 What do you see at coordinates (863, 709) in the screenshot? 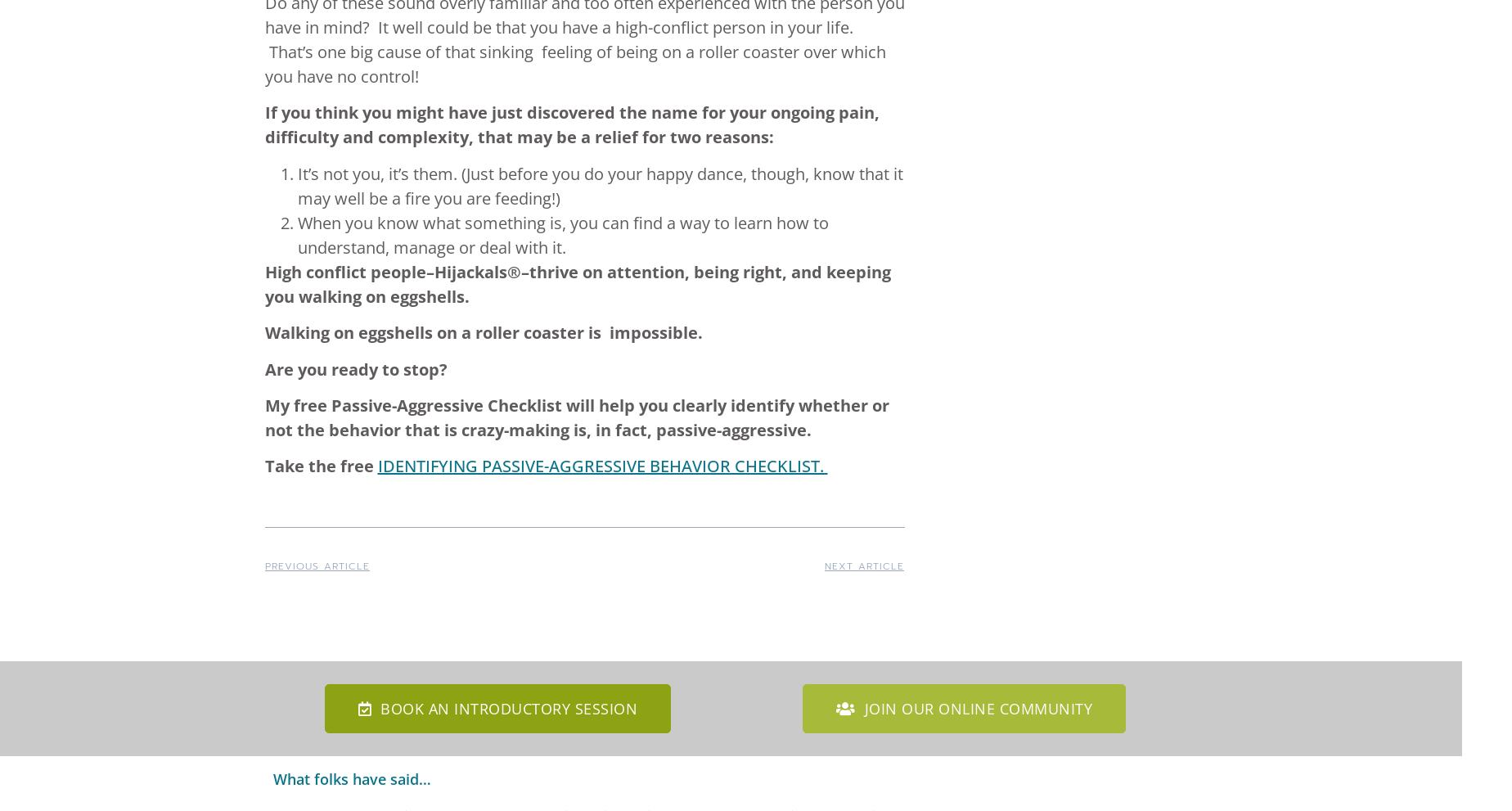
I see `'Join our online community'` at bounding box center [863, 709].